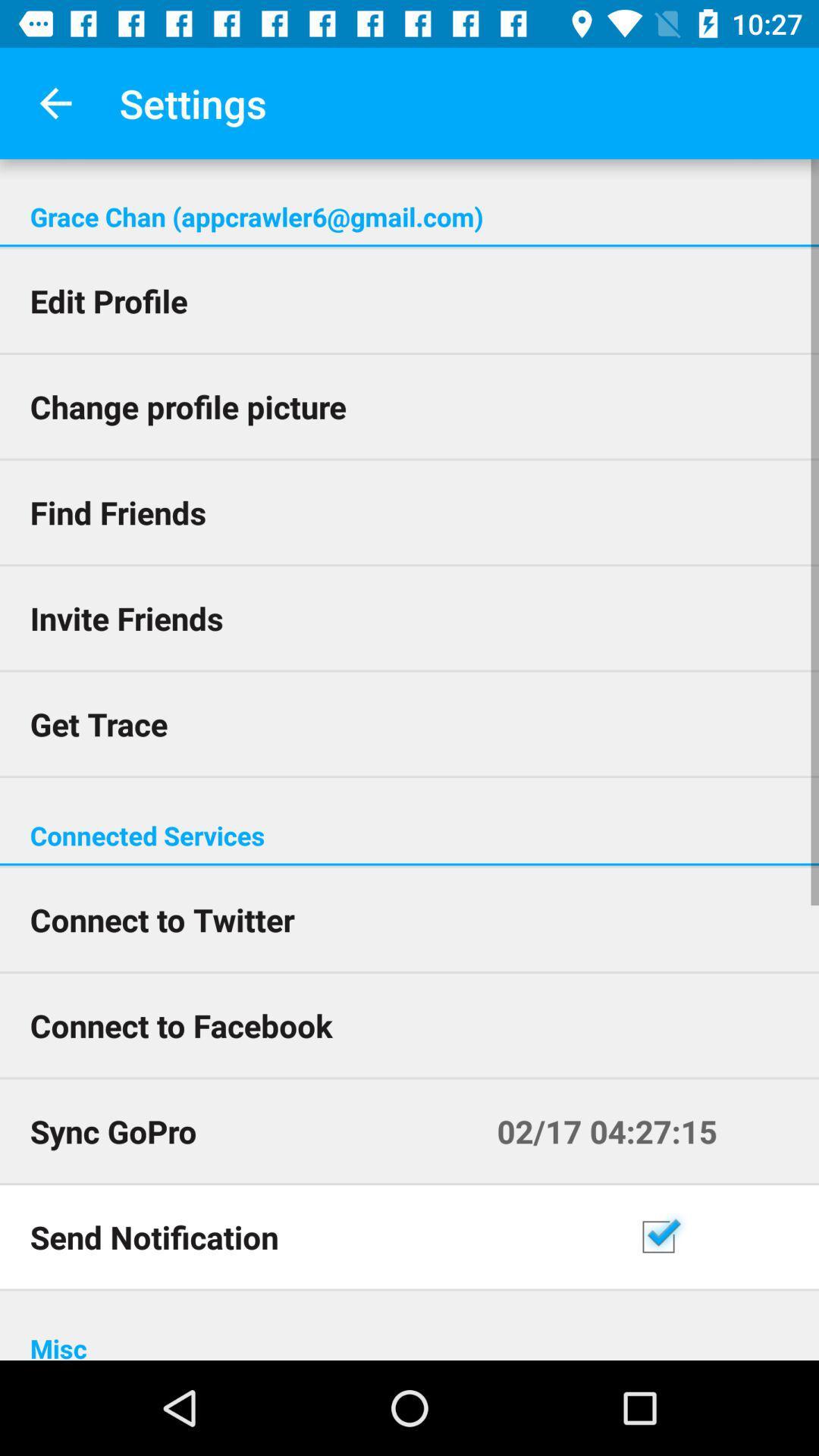 The height and width of the screenshot is (1456, 819). What do you see at coordinates (409, 512) in the screenshot?
I see `the find friends` at bounding box center [409, 512].